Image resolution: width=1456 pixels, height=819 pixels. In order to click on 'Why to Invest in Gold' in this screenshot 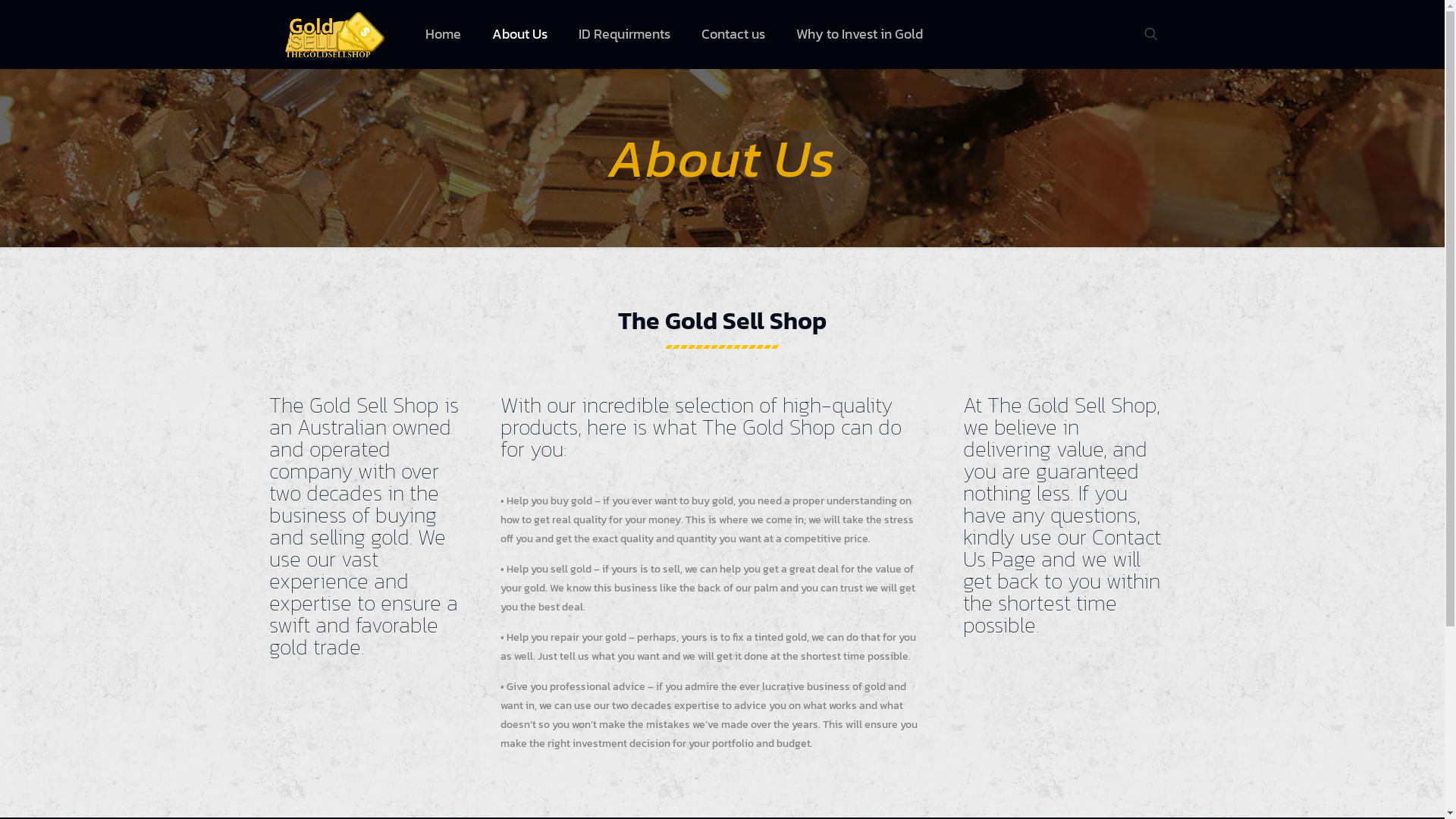, I will do `click(859, 34)`.